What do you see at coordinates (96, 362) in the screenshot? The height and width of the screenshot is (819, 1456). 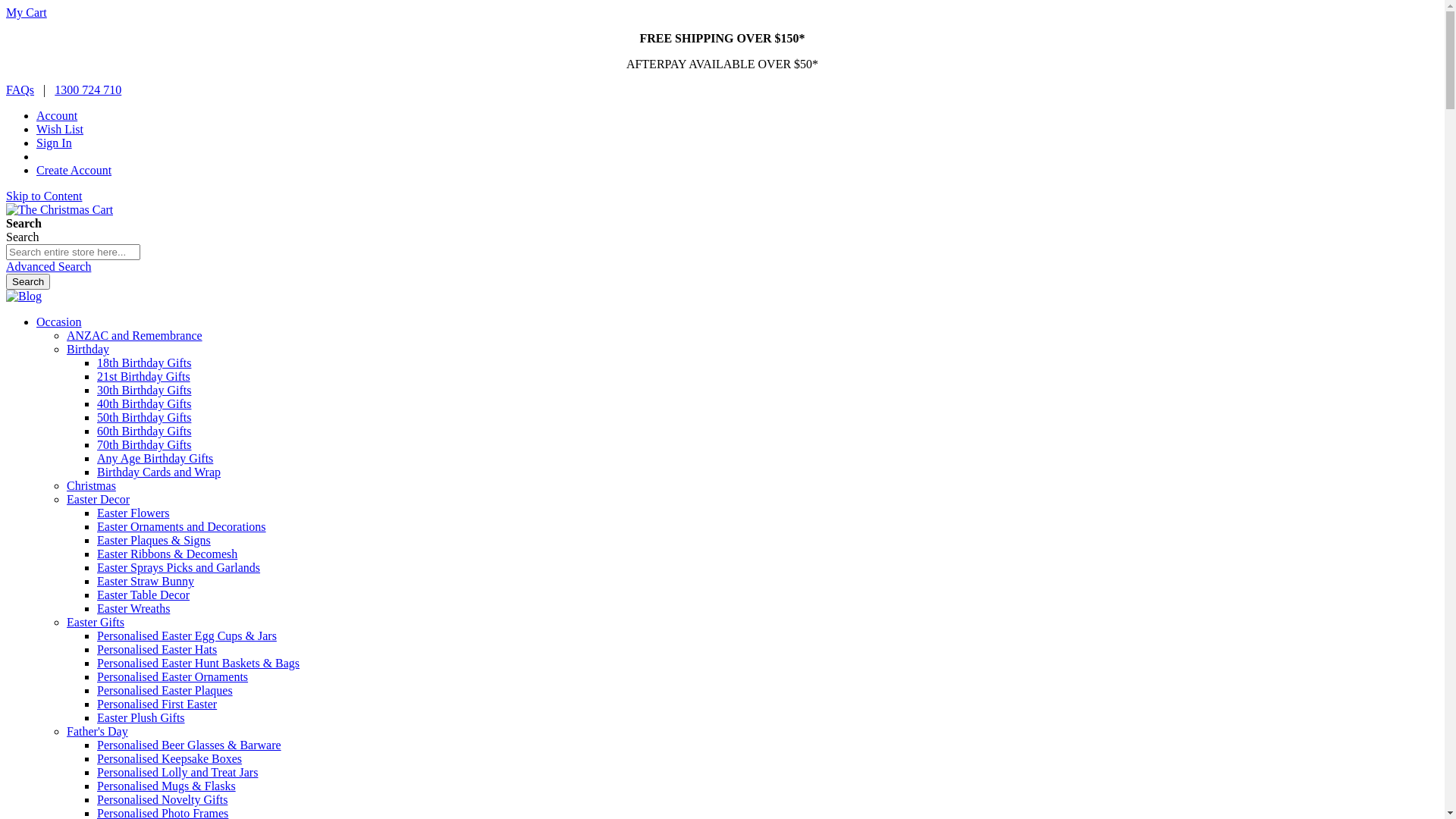 I see `'18th Birthday Gifts'` at bounding box center [96, 362].